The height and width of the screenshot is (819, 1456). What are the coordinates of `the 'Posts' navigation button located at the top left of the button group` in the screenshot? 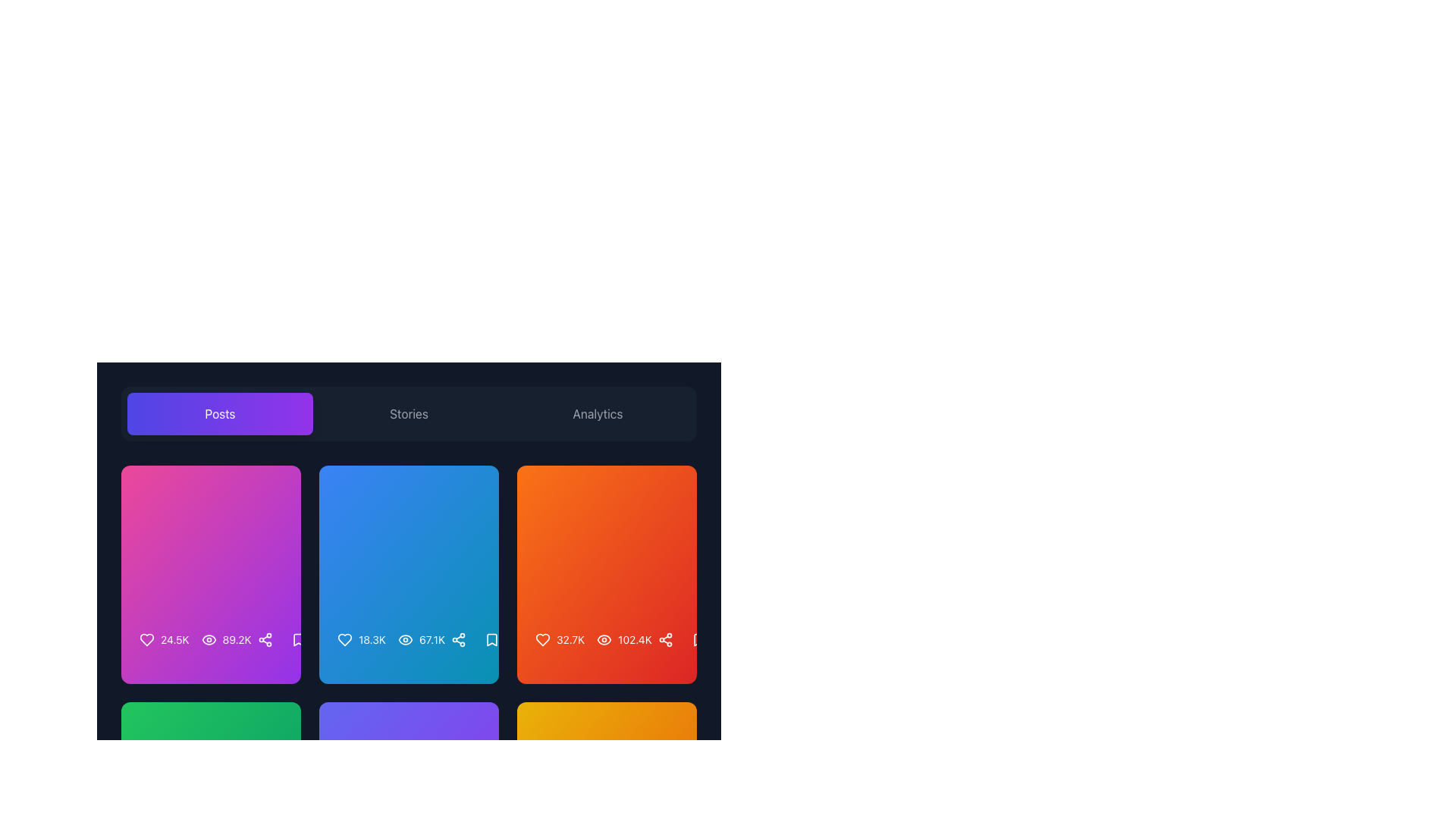 It's located at (219, 414).